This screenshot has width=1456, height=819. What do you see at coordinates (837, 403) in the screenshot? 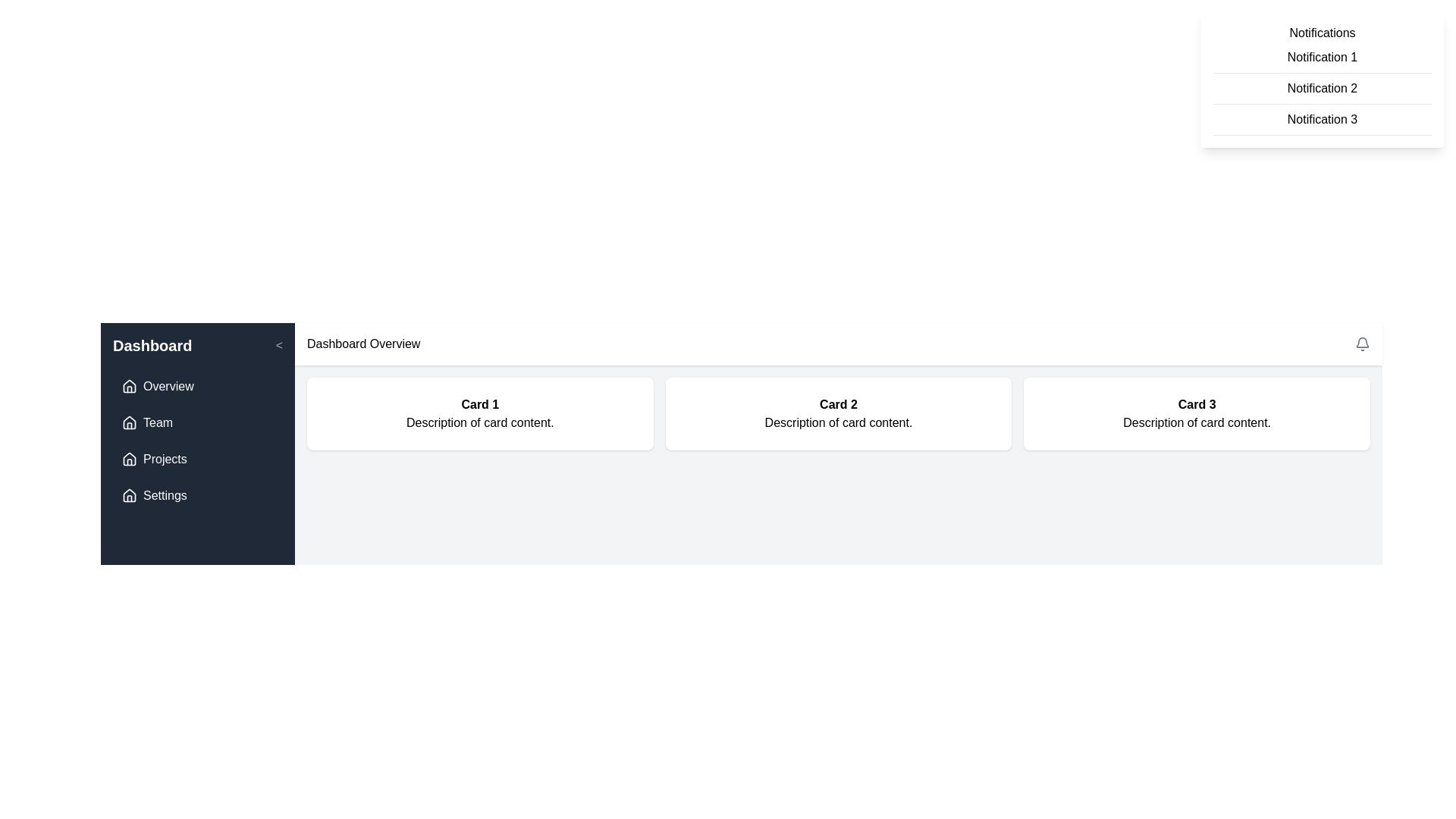
I see `the bold text label 'Card 2' located at the top-center of the second card in a horizontal array of cards, which is larger and darker than adjacent texts` at bounding box center [837, 403].